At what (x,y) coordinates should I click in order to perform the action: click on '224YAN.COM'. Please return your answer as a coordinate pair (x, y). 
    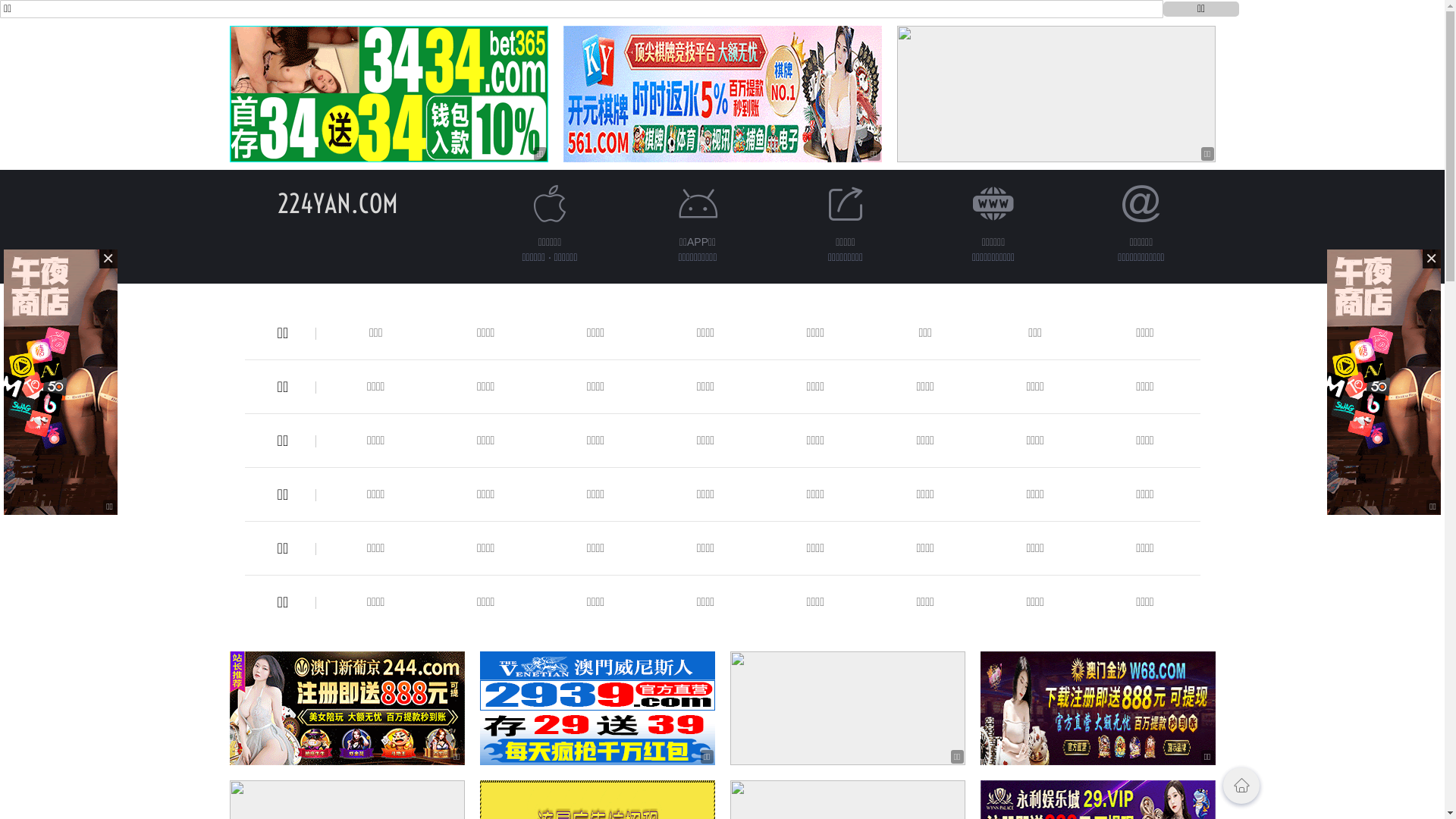
    Looking at the image, I should click on (337, 202).